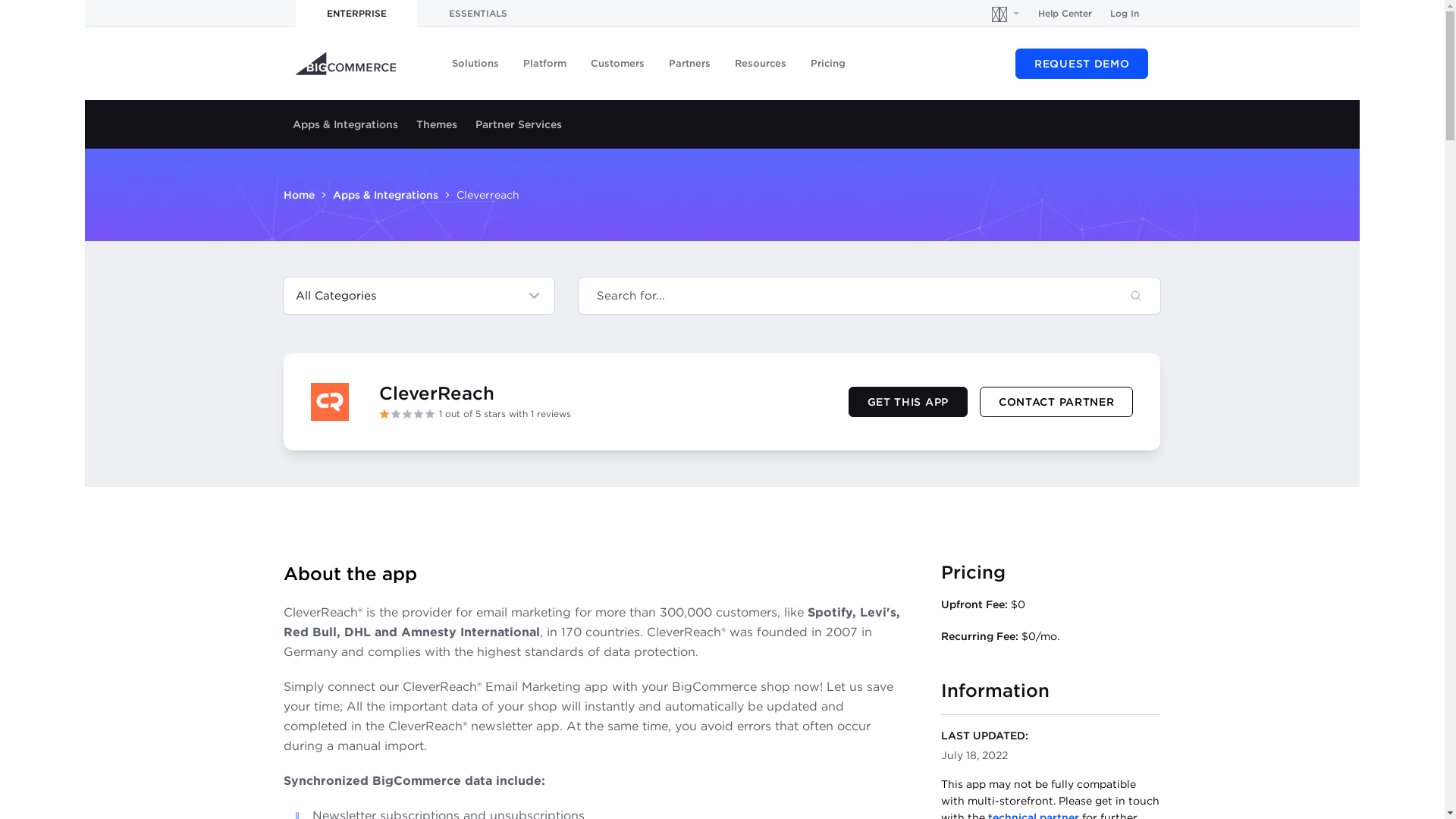  What do you see at coordinates (1064, 14) in the screenshot?
I see `'Help Center'` at bounding box center [1064, 14].